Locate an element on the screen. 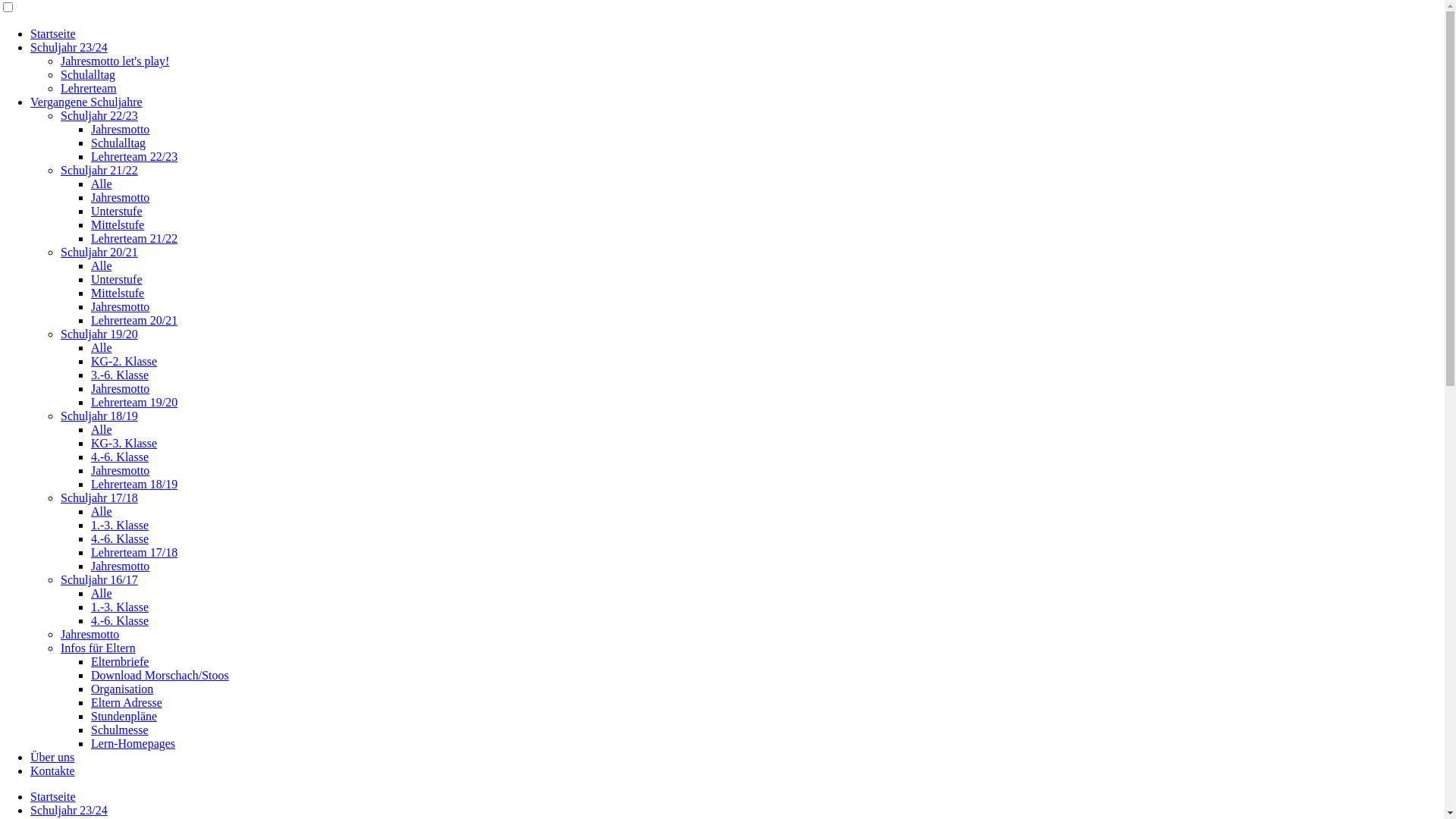 The width and height of the screenshot is (1456, 819). 'Mittelstufe' is located at coordinates (116, 293).